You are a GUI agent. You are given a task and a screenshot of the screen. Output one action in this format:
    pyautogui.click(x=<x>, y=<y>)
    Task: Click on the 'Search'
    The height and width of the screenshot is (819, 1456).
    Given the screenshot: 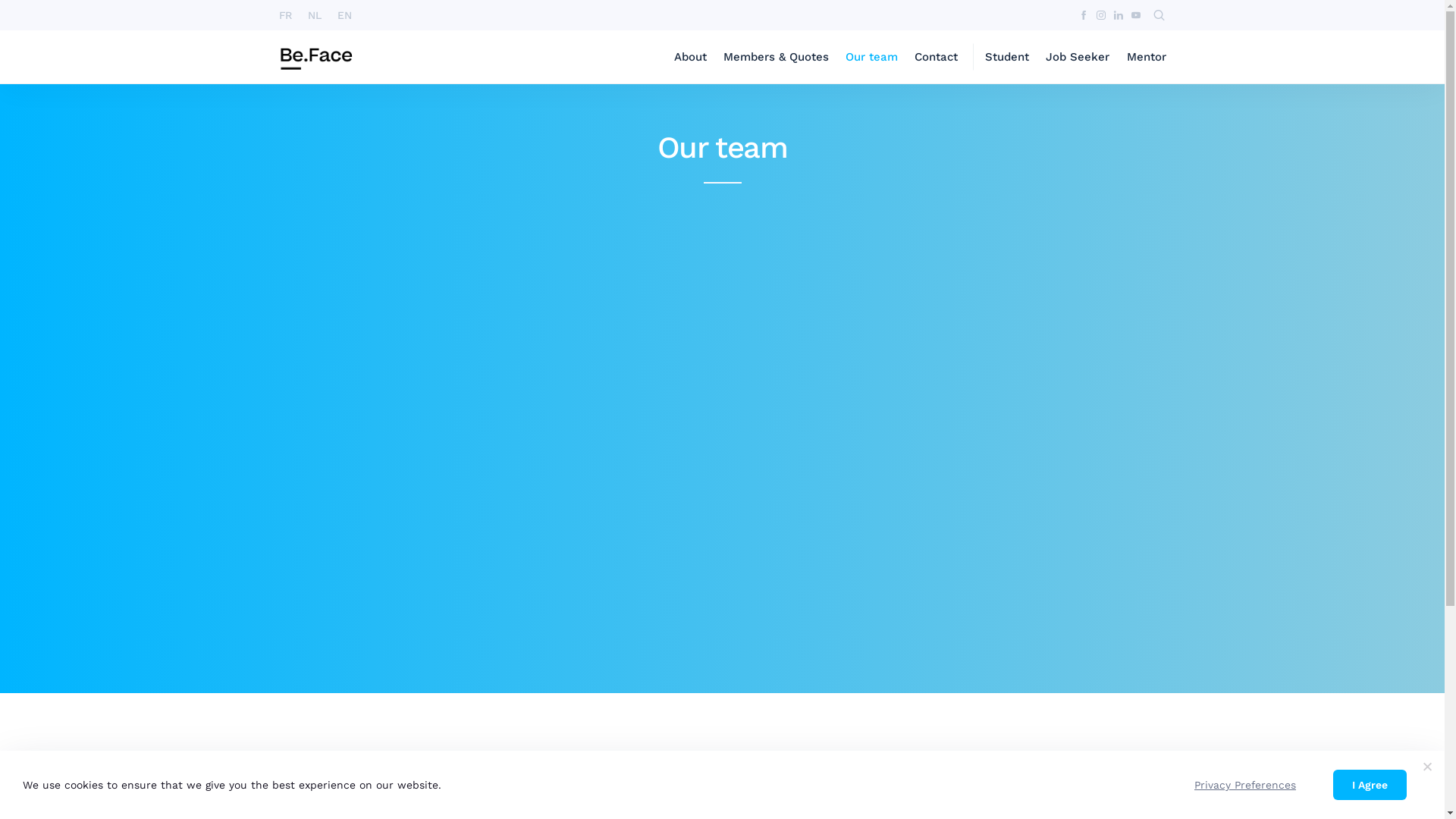 What is the action you would take?
    pyautogui.click(x=454, y=17)
    